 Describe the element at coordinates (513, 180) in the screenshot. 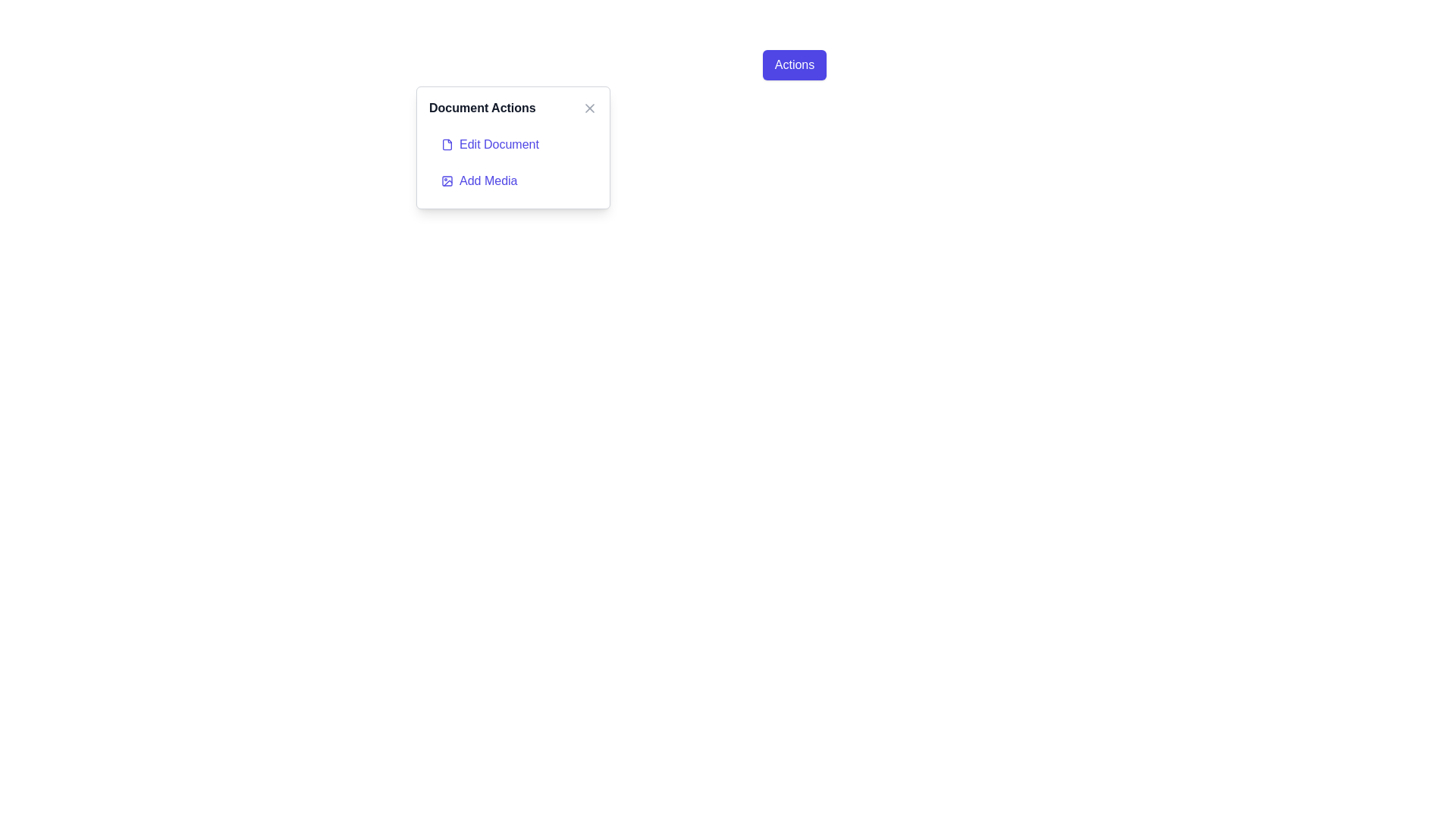

I see `the 'Add Media' button with a white background and blue text to observe the hover effect` at that location.